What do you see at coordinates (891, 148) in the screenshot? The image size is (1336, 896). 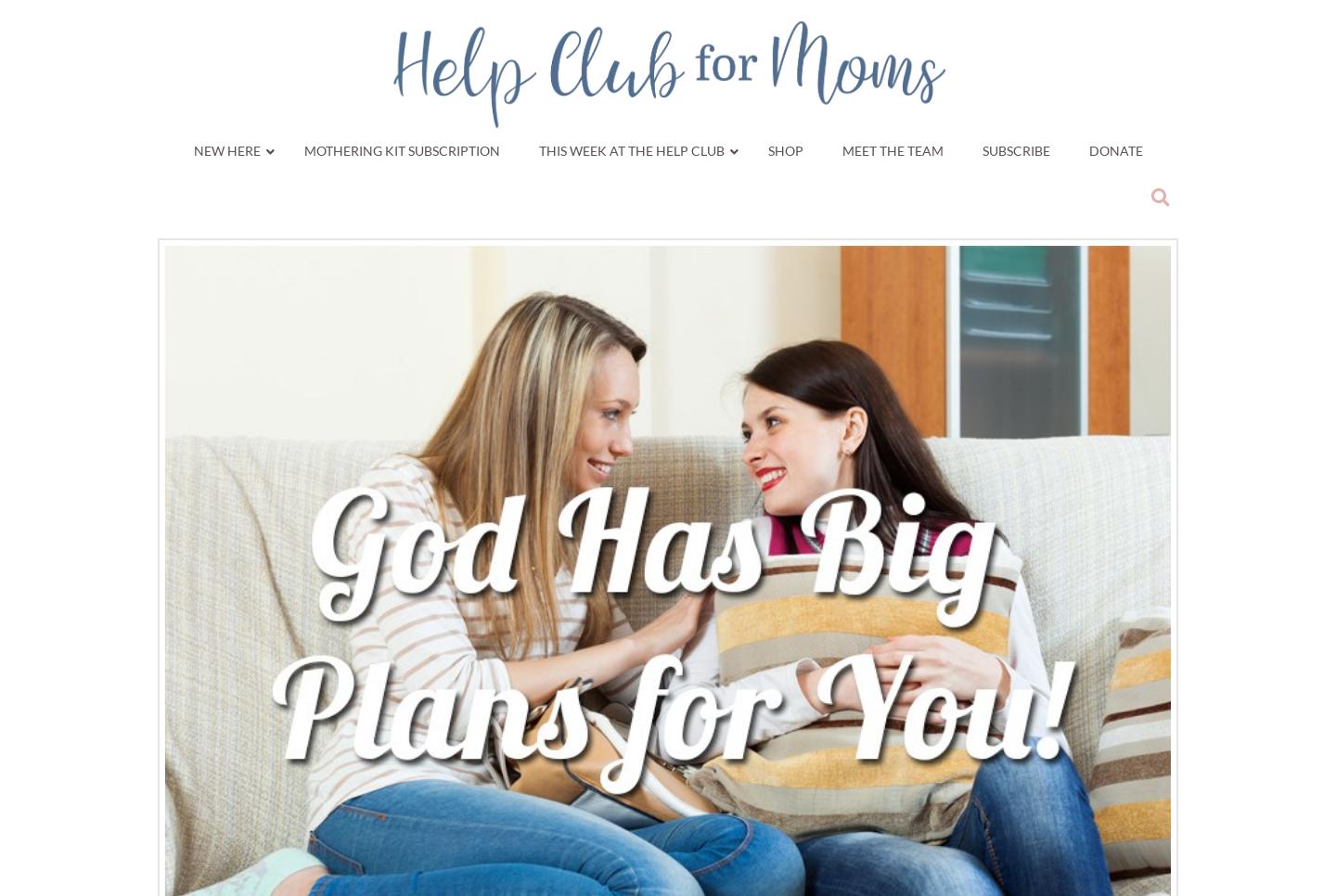 I see `'Meet The Team'` at bounding box center [891, 148].